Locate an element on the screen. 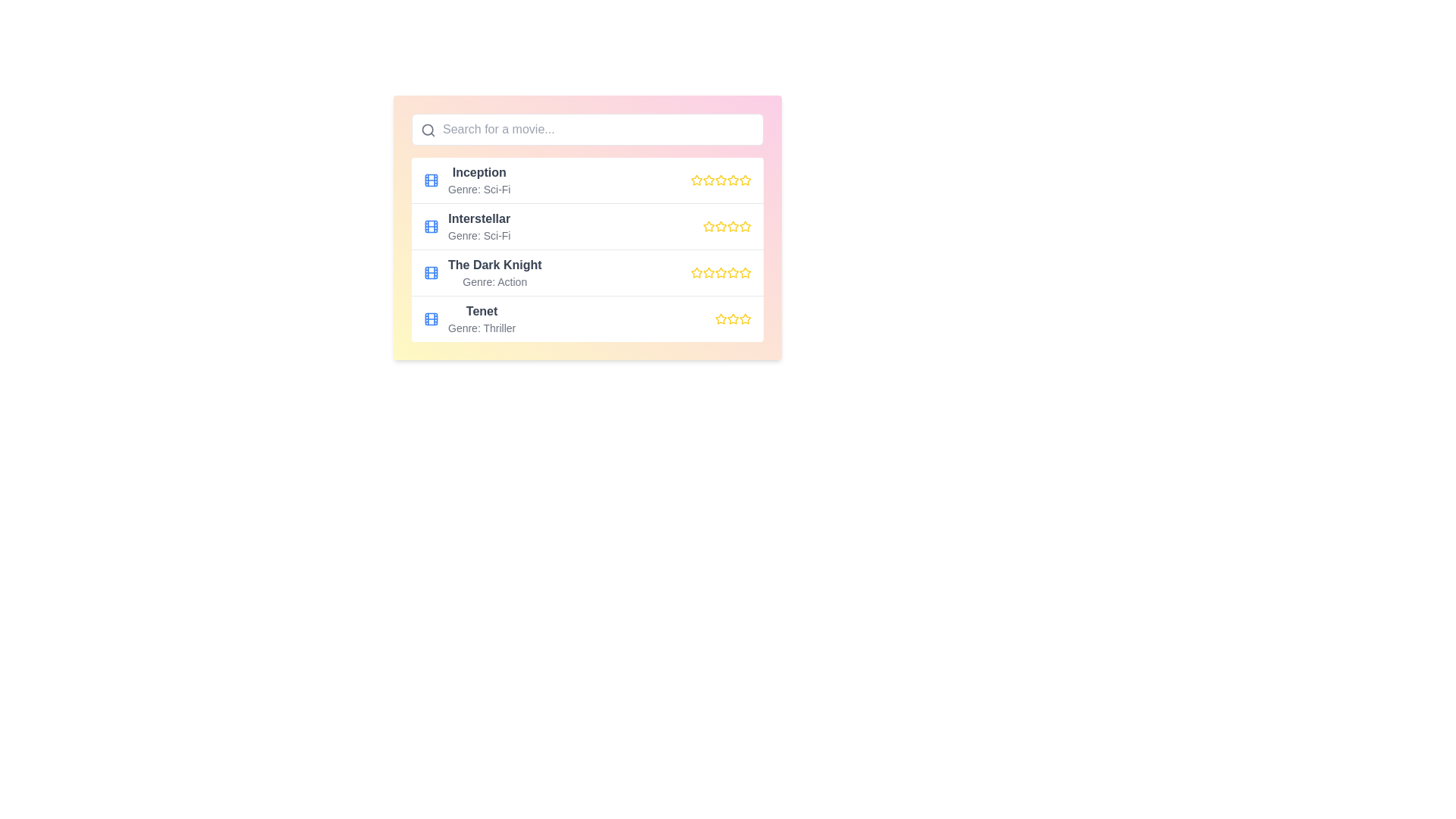  the third star in the rating sequence for 'The Dark Knight' is located at coordinates (720, 271).